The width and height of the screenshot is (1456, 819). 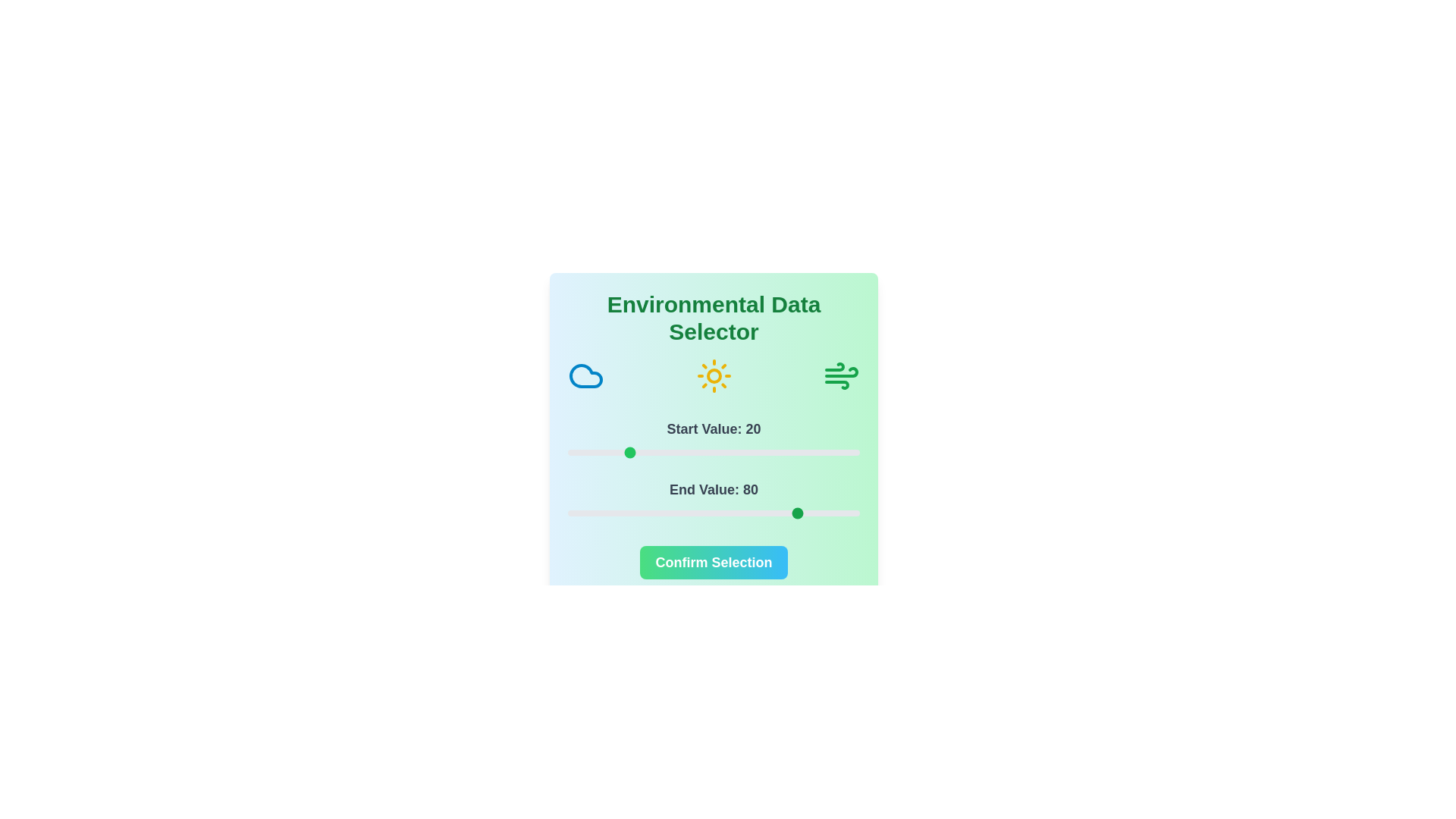 I want to click on the cloud icon, which is the leftmost in a row of three weather-related icons at the top of the interface, so click(x=585, y=375).